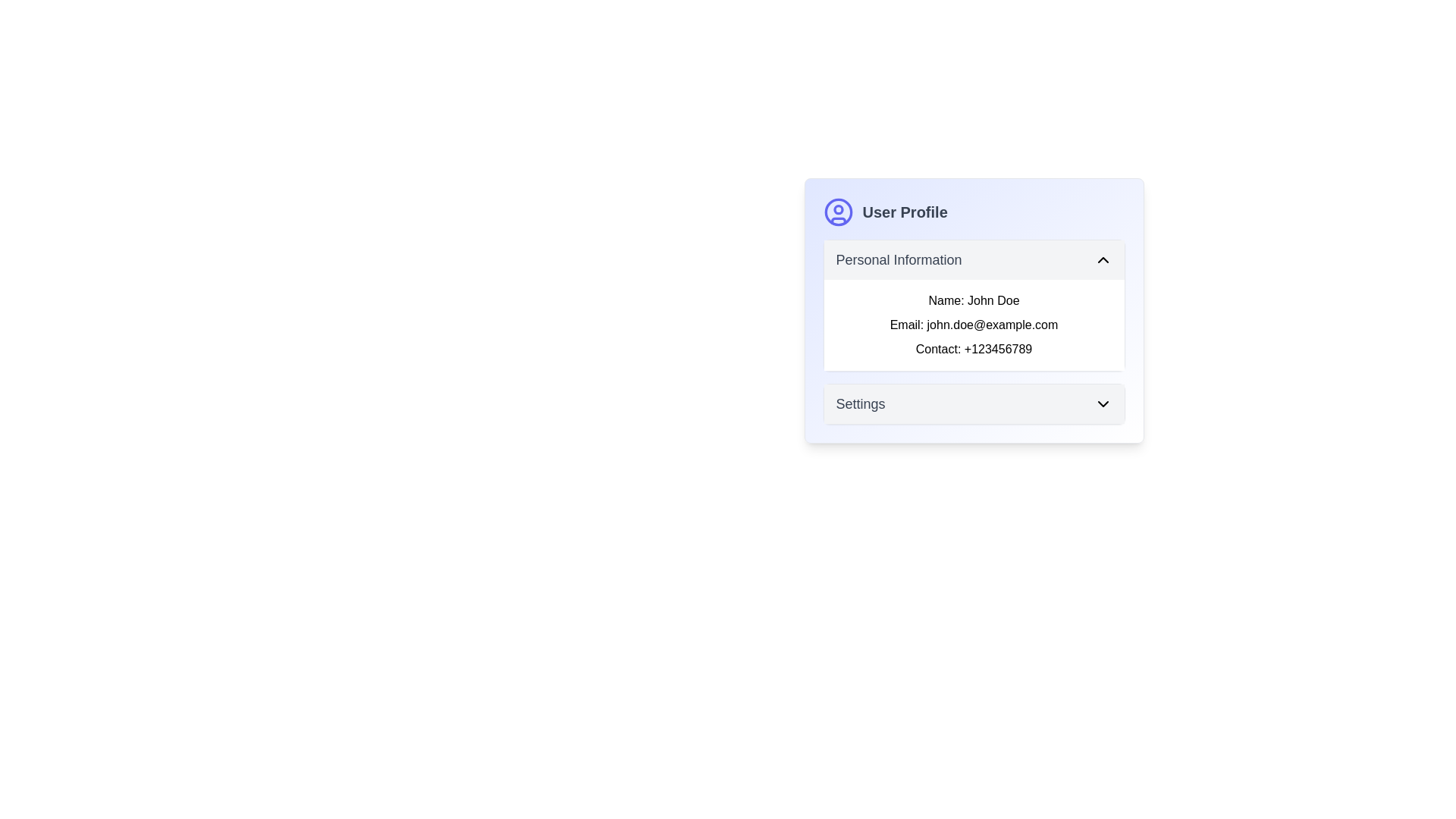 This screenshot has height=819, width=1456. Describe the element at coordinates (837, 221) in the screenshot. I see `the small vector shape located in the lower section of the circular user profile icon within the 'User Profile' card` at that location.